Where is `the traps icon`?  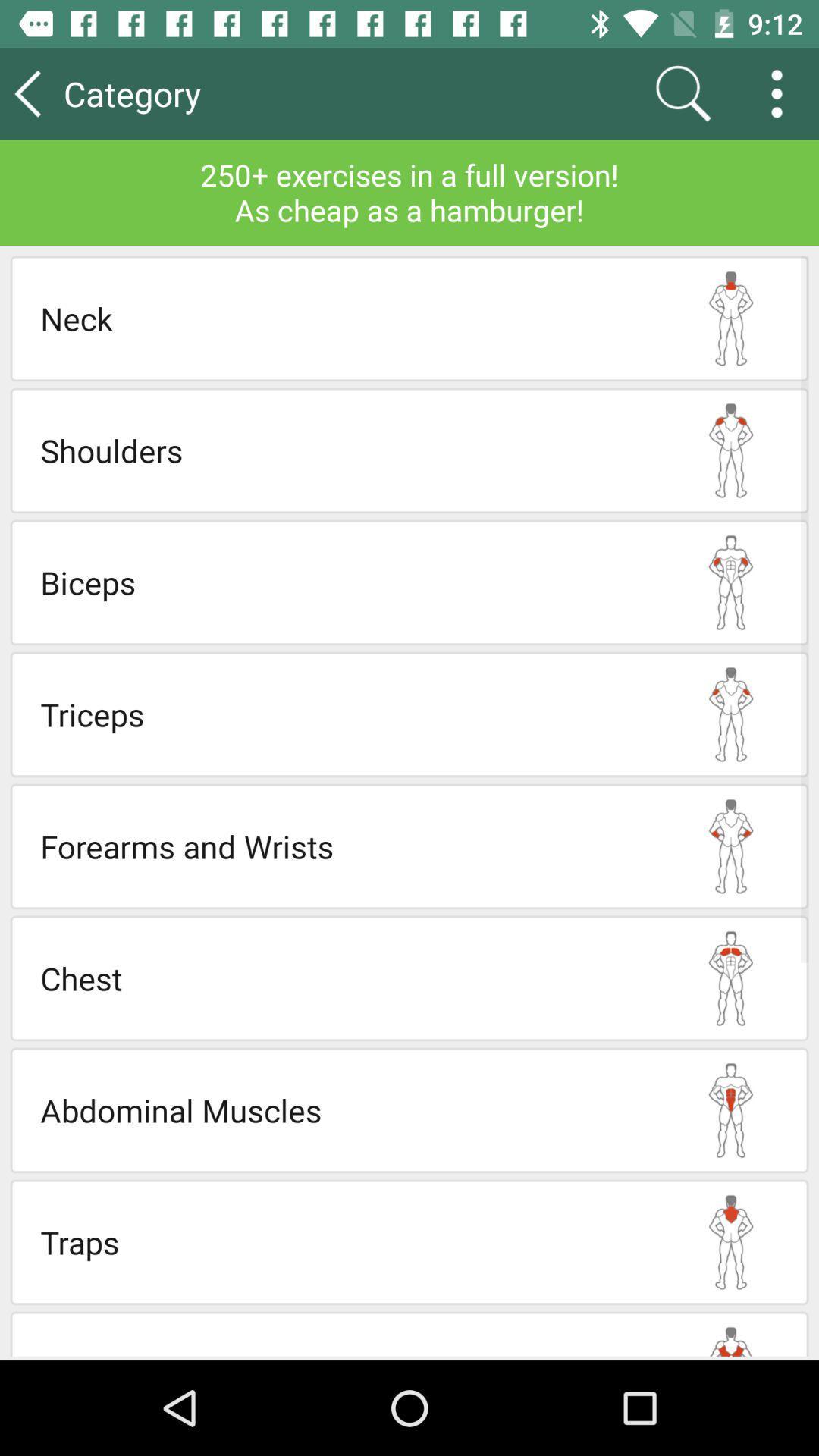 the traps icon is located at coordinates (347, 1241).